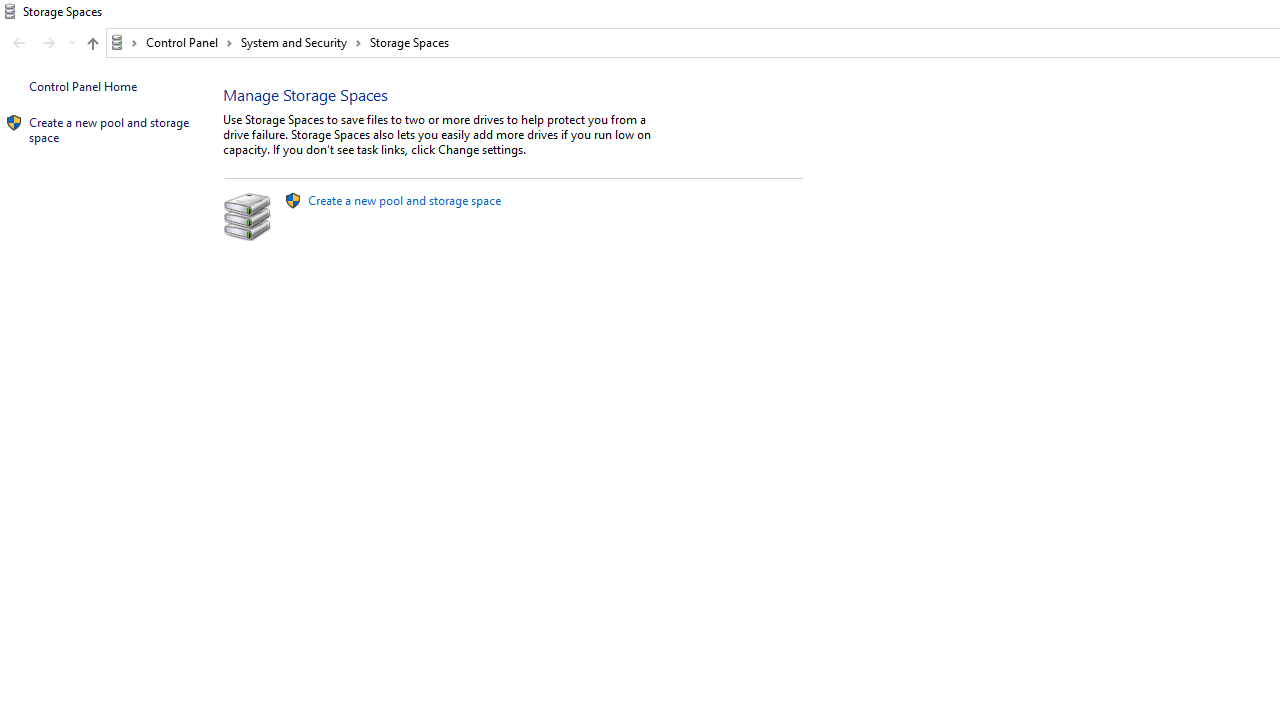 The width and height of the screenshot is (1280, 720). I want to click on 'Navigation buttons', so click(42, 43).